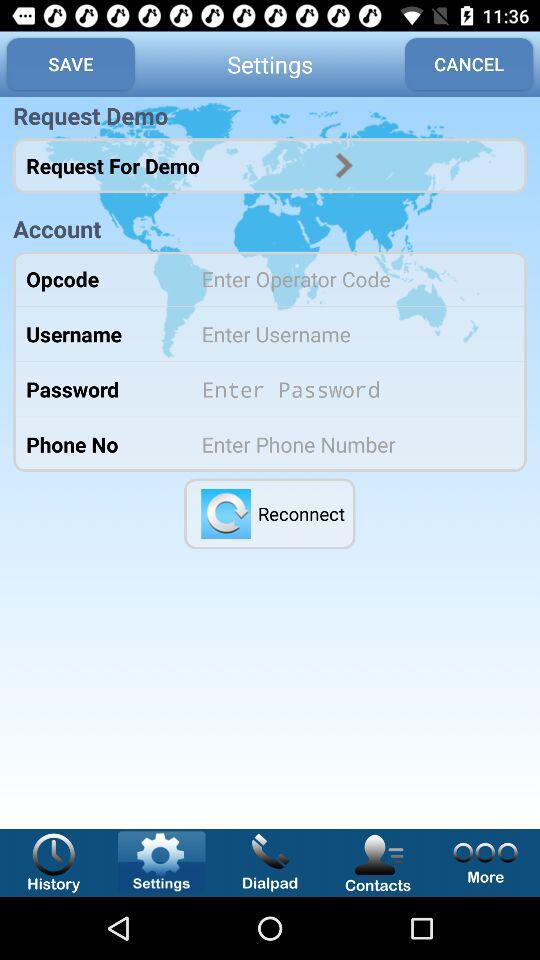  Describe the element at coordinates (350, 444) in the screenshot. I see `phone number area` at that location.